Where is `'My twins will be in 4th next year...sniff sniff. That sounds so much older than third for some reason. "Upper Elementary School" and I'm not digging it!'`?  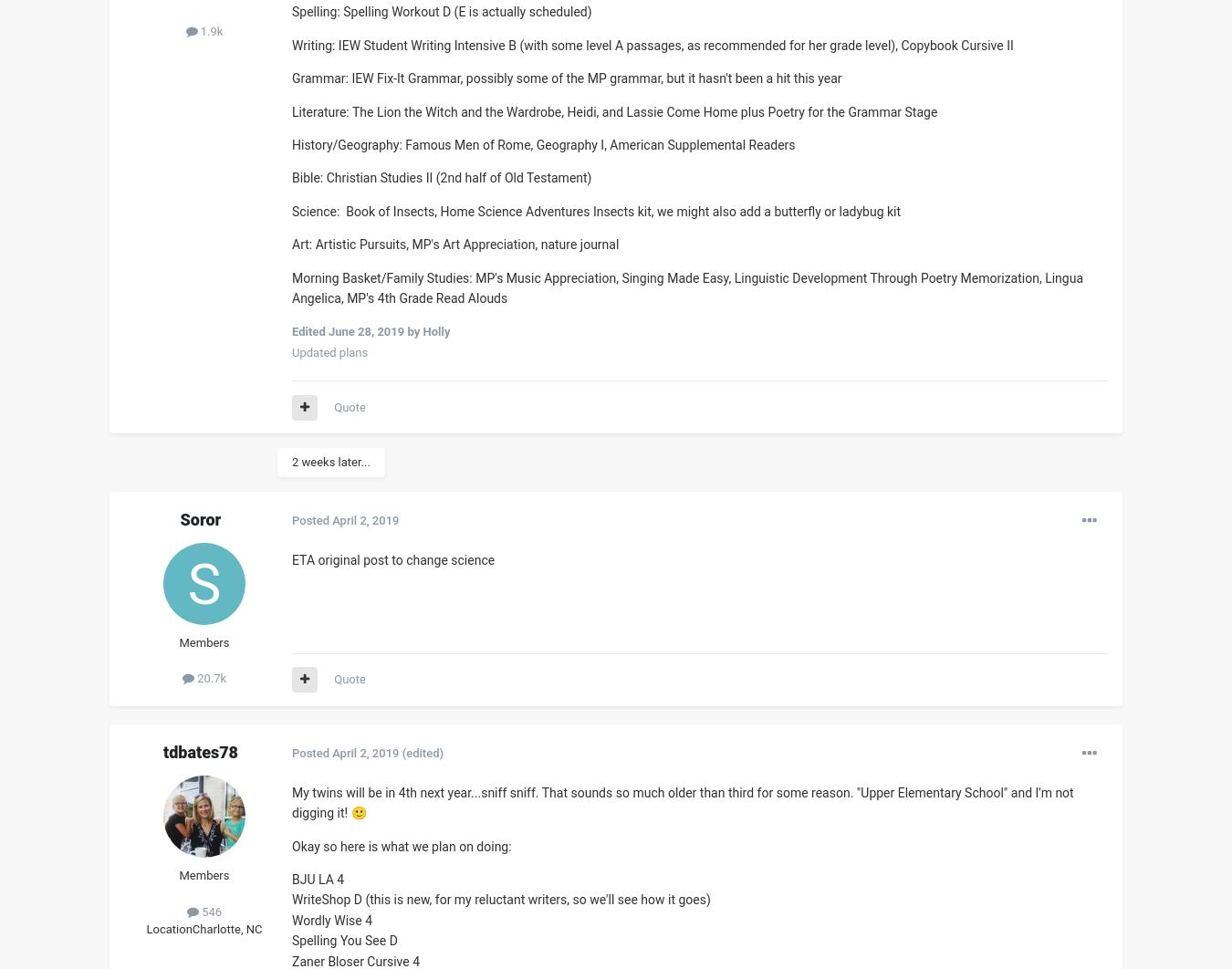
'My twins will be in 4th next year...sniff sniff. That sounds so much older than third for some reason. "Upper Elementary School" and I'm not digging it!' is located at coordinates (682, 801).